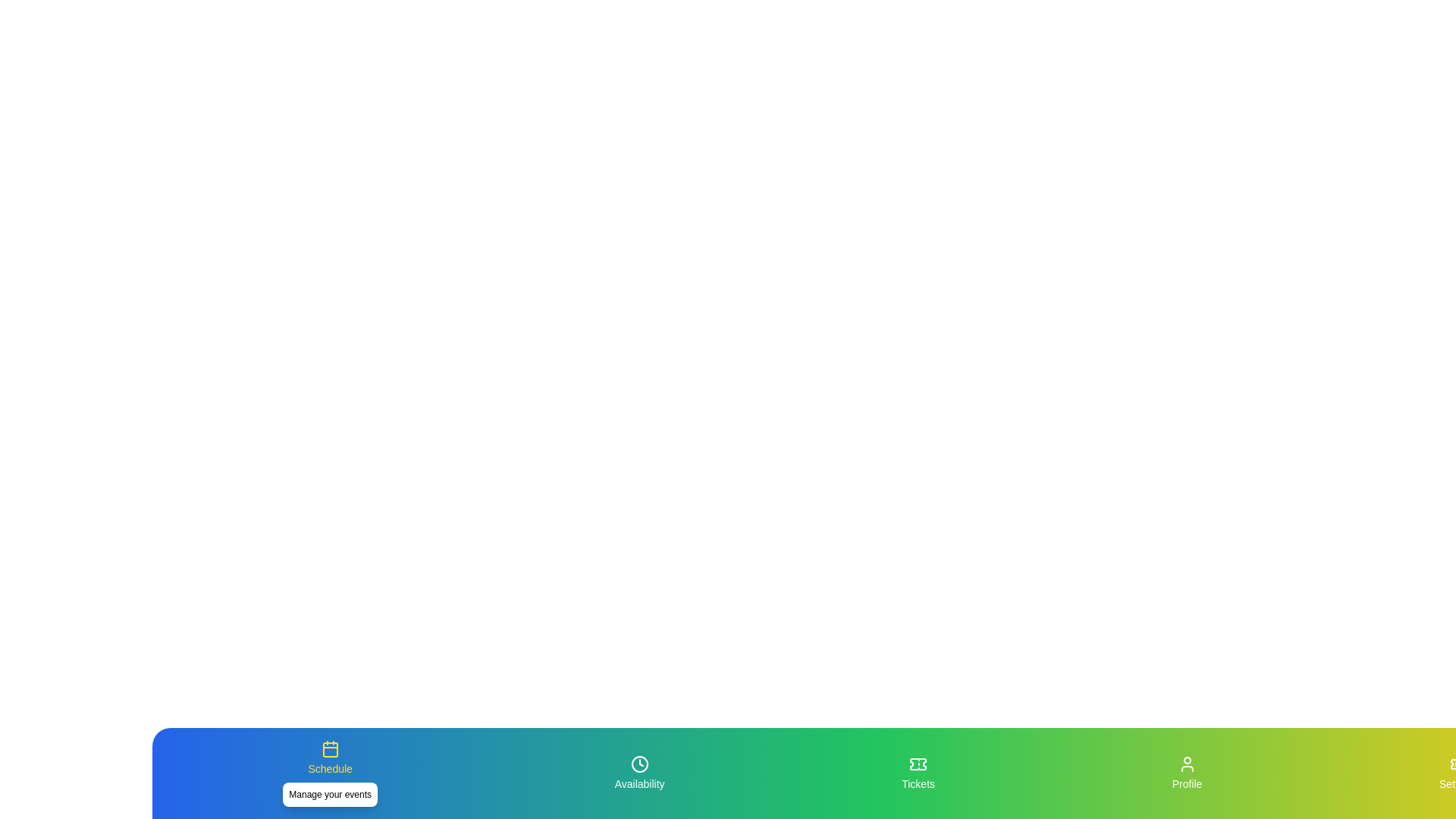  I want to click on the Availability tab by clicking on its corresponding area, so click(639, 773).